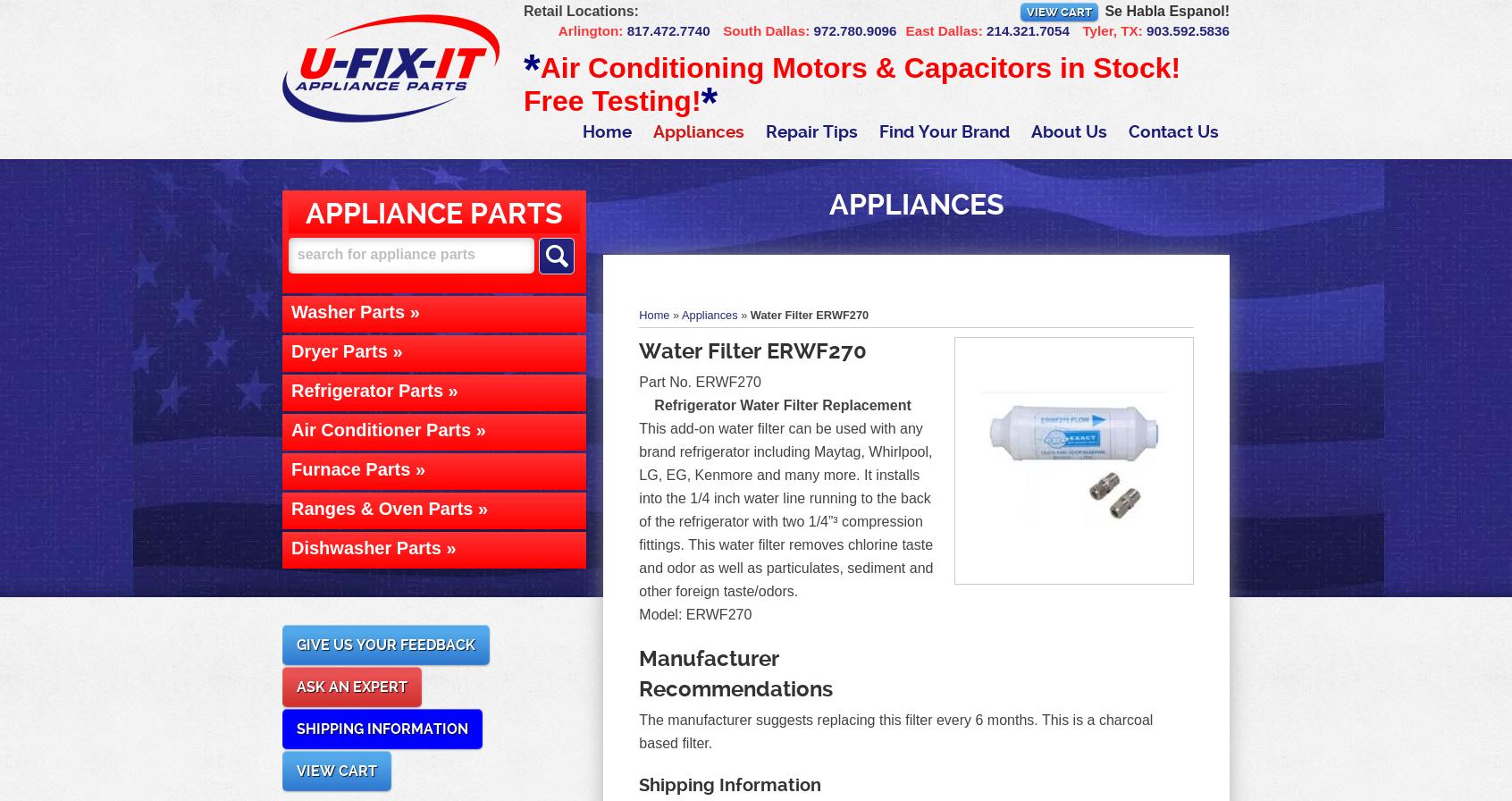 The width and height of the screenshot is (1512, 801). I want to click on 'This add-on water filter can be used with any brand refrigerator including Maytag, Whirlpool, LG, EG, Kenmore and many more. It installs into the 1/4 inch water line running to the back of the refrigerator with two 1/4”³ compression fittings. This water filter removes chlorine taste and odor as well as particulates, sediment and other foreign taste/odors.', so click(785, 510).